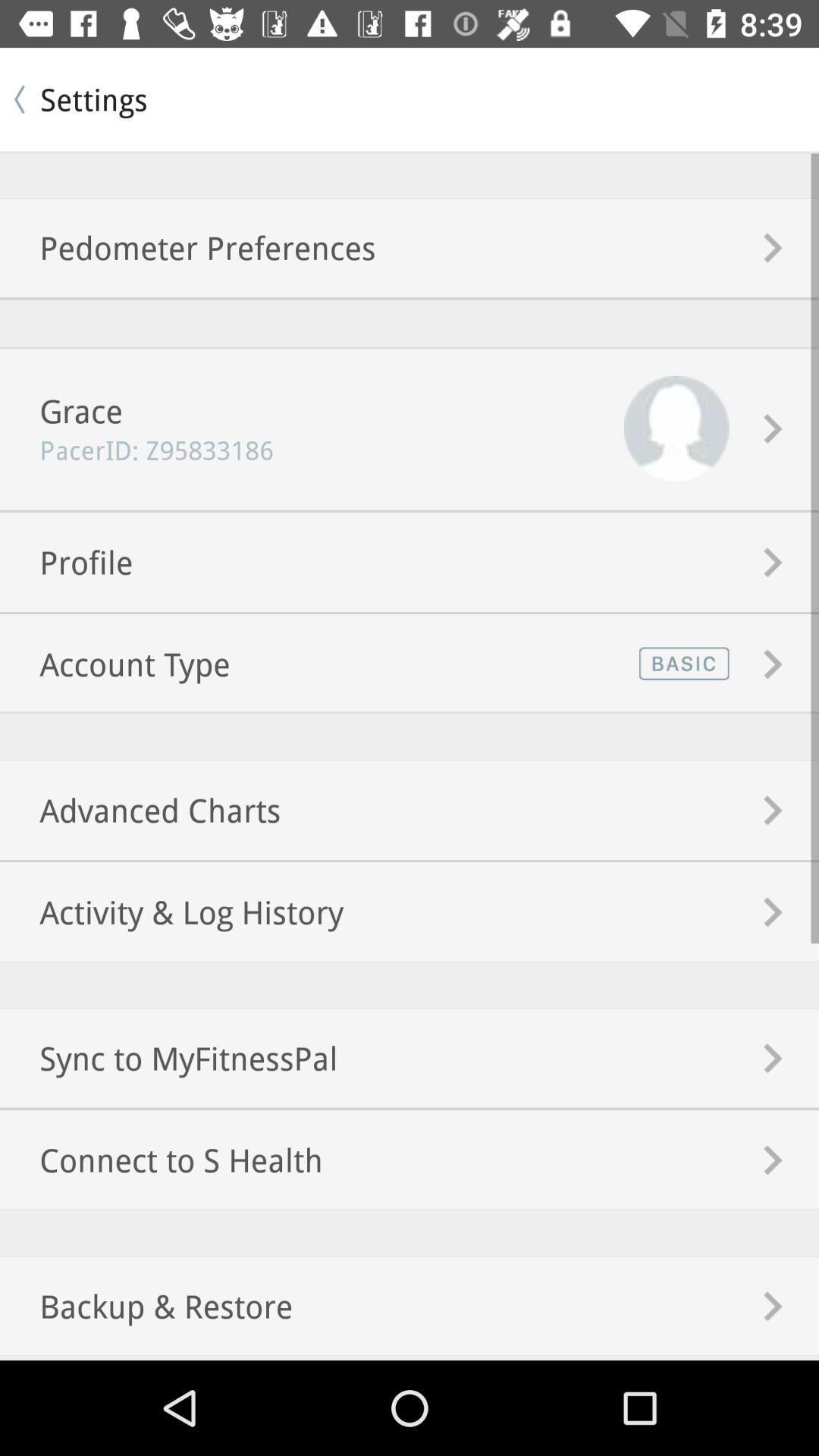 This screenshot has width=819, height=1456. Describe the element at coordinates (136, 449) in the screenshot. I see `icon below the grace item` at that location.